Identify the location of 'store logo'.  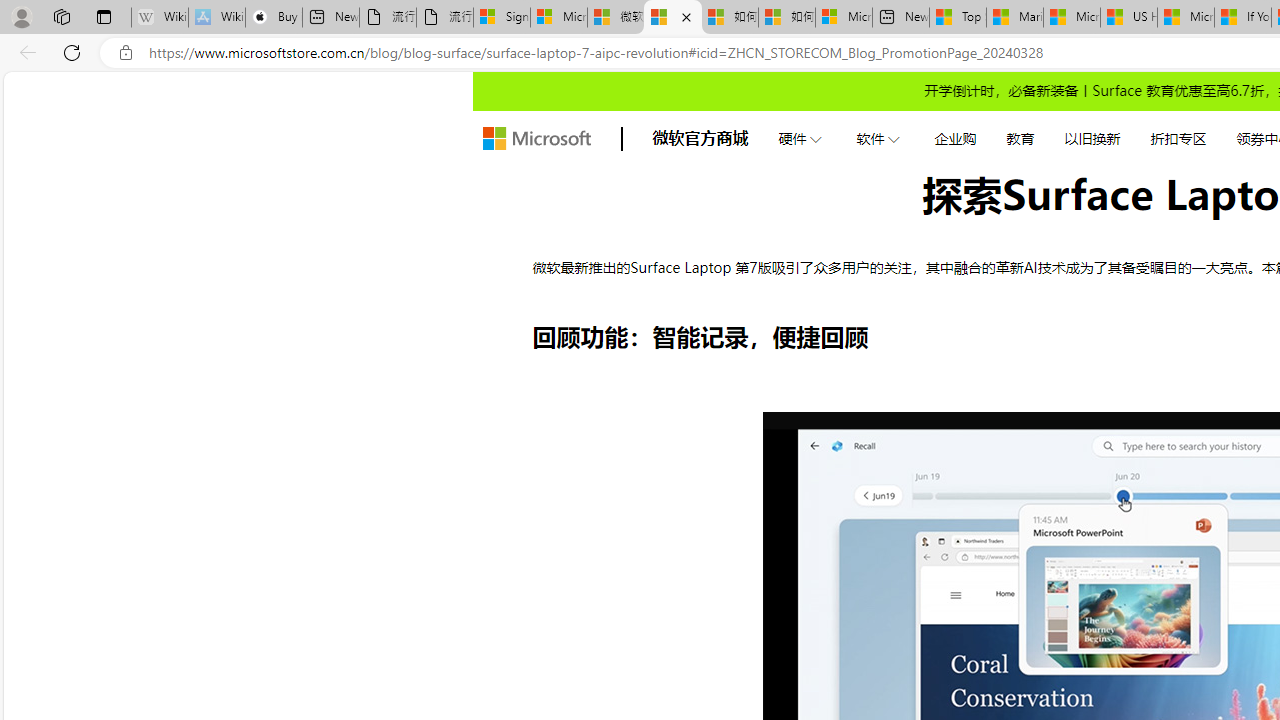
(536, 137).